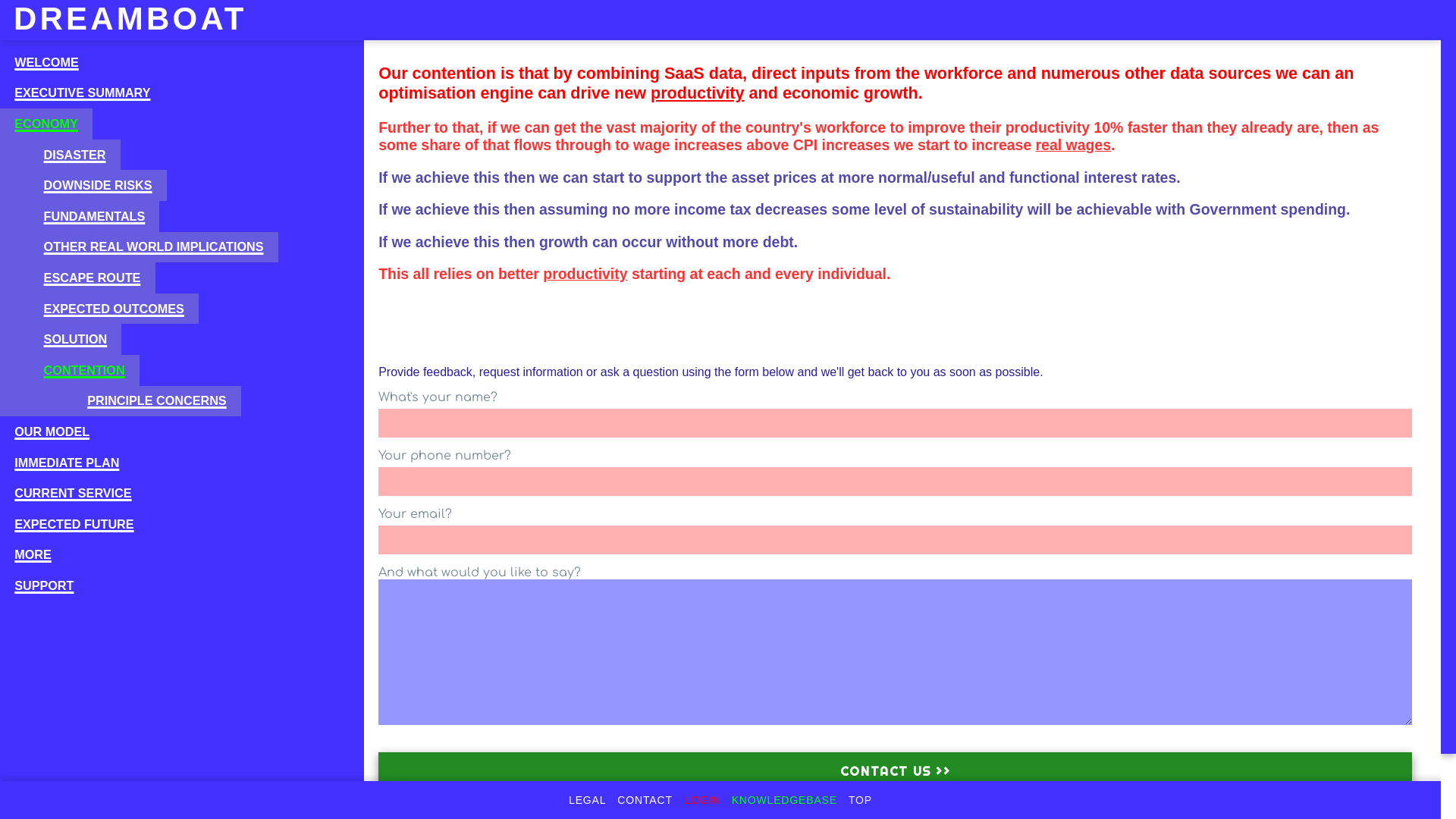 This screenshot has height=819, width=1456. What do you see at coordinates (98, 308) in the screenshot?
I see `'EXPECTED OUTCOMES'` at bounding box center [98, 308].